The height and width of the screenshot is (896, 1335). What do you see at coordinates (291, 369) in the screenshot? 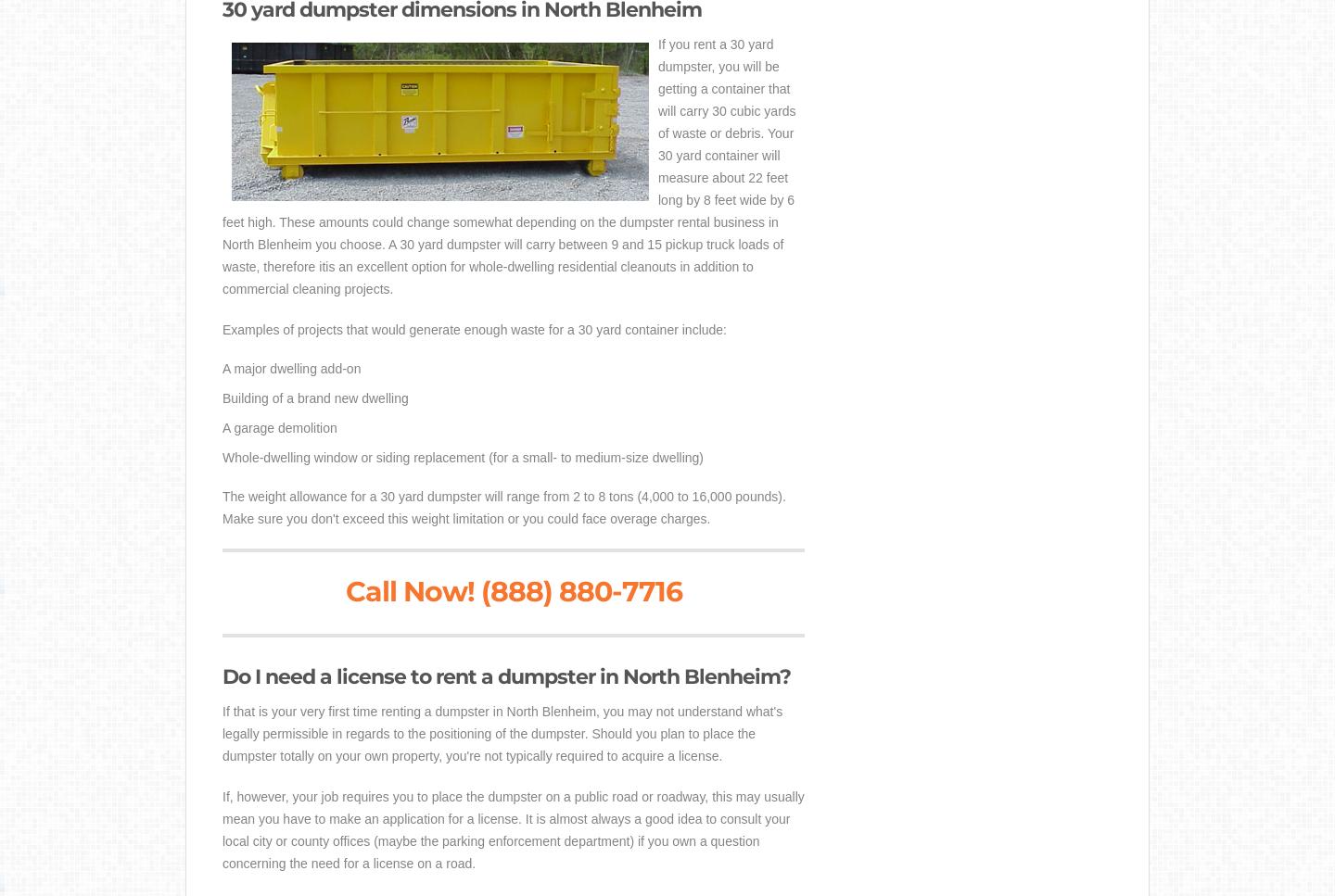
I see `'A major dwelling add-on'` at bounding box center [291, 369].